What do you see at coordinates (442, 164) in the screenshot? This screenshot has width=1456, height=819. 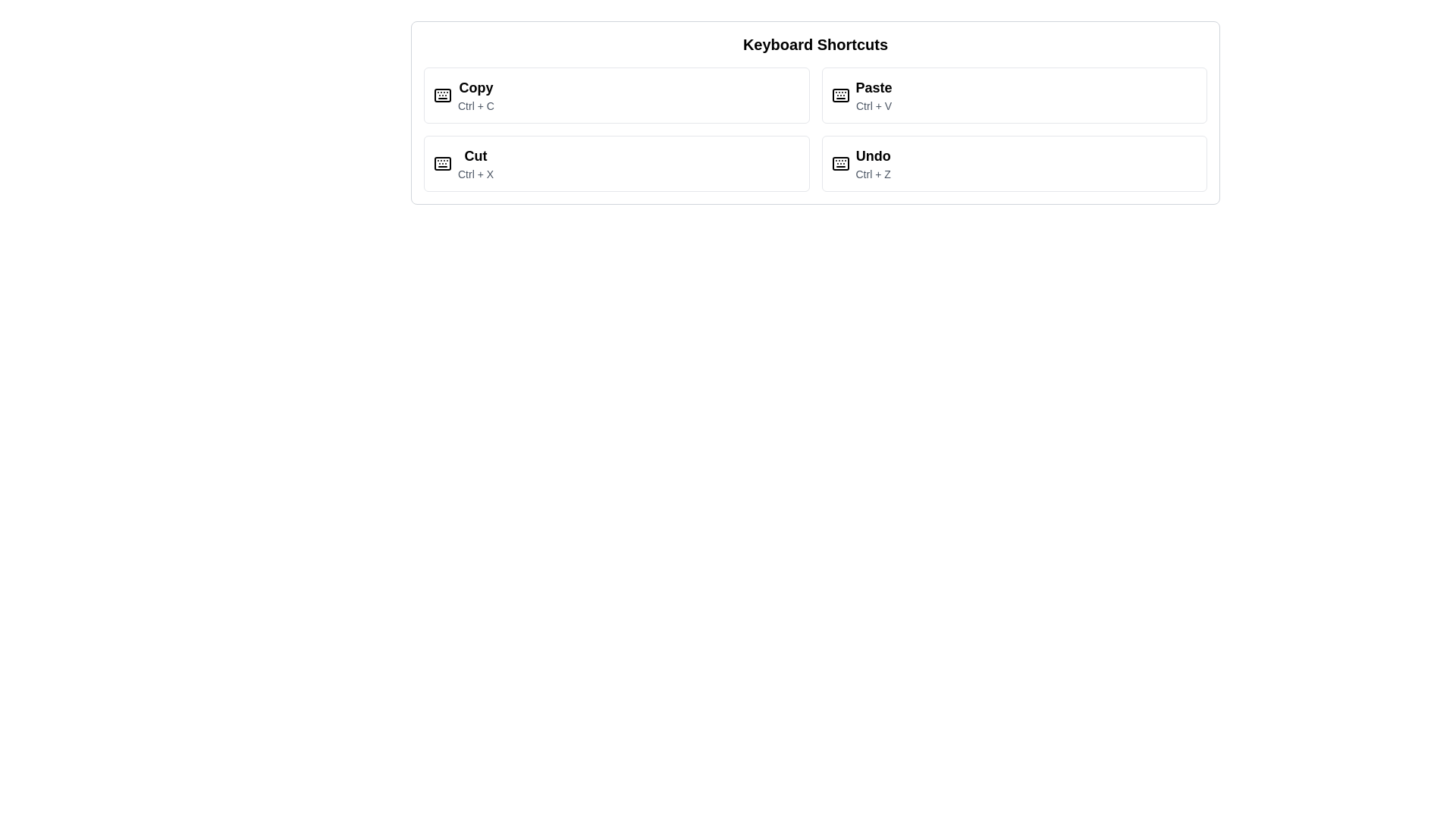 I see `the decorative icon in the 'Cut' shortcut panel, which is located in the second row and aligned to the left of the 'Cut' and 'Ctrl + X' text` at bounding box center [442, 164].